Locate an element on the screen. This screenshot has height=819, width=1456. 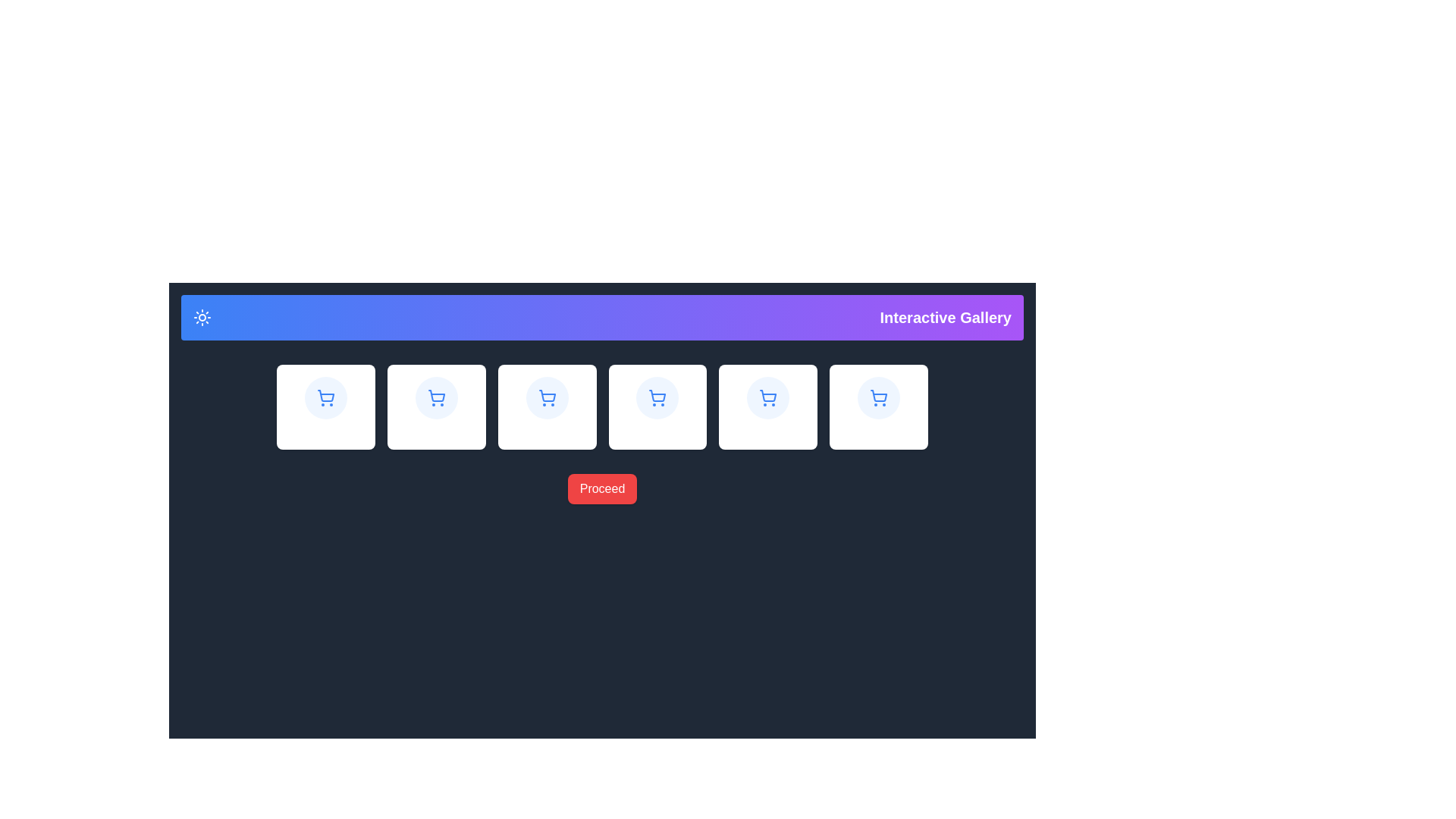
the circular sun icon button located on the leftmost part of the horizontal bar is located at coordinates (202, 317).